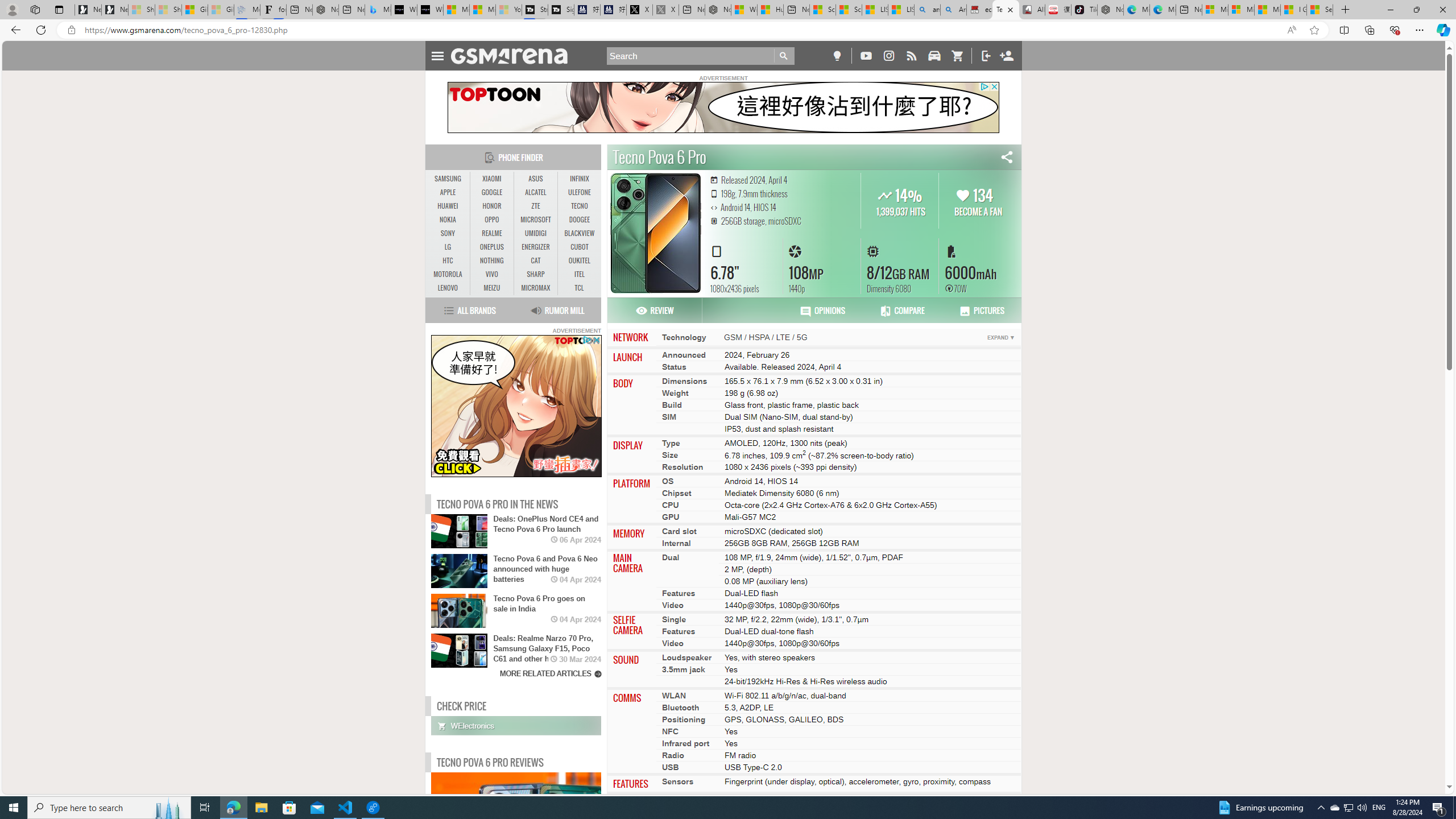  What do you see at coordinates (682, 669) in the screenshot?
I see `'3.5mm jack'` at bounding box center [682, 669].